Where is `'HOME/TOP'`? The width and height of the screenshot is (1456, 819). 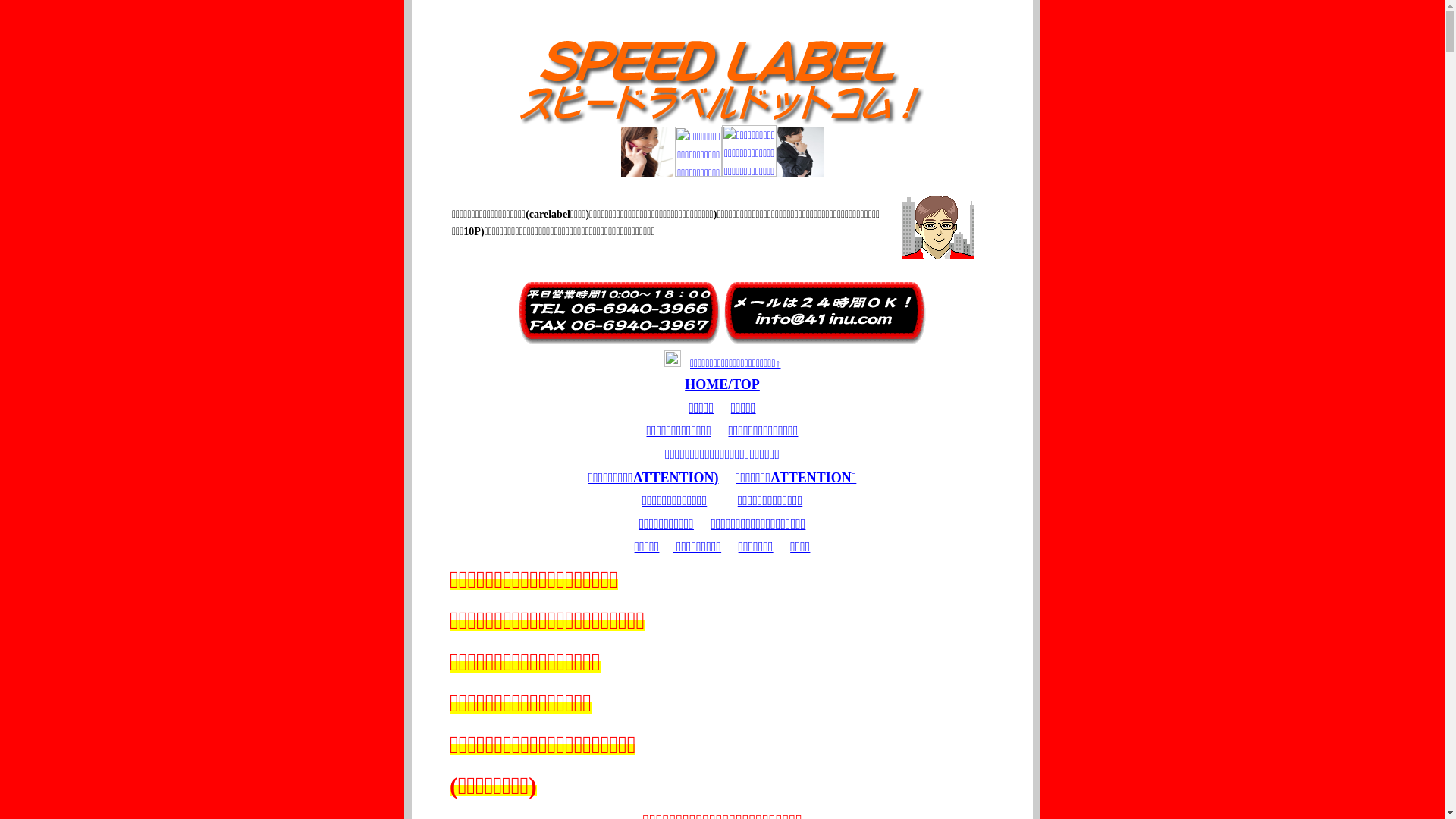
'HOME/TOP' is located at coordinates (721, 383).